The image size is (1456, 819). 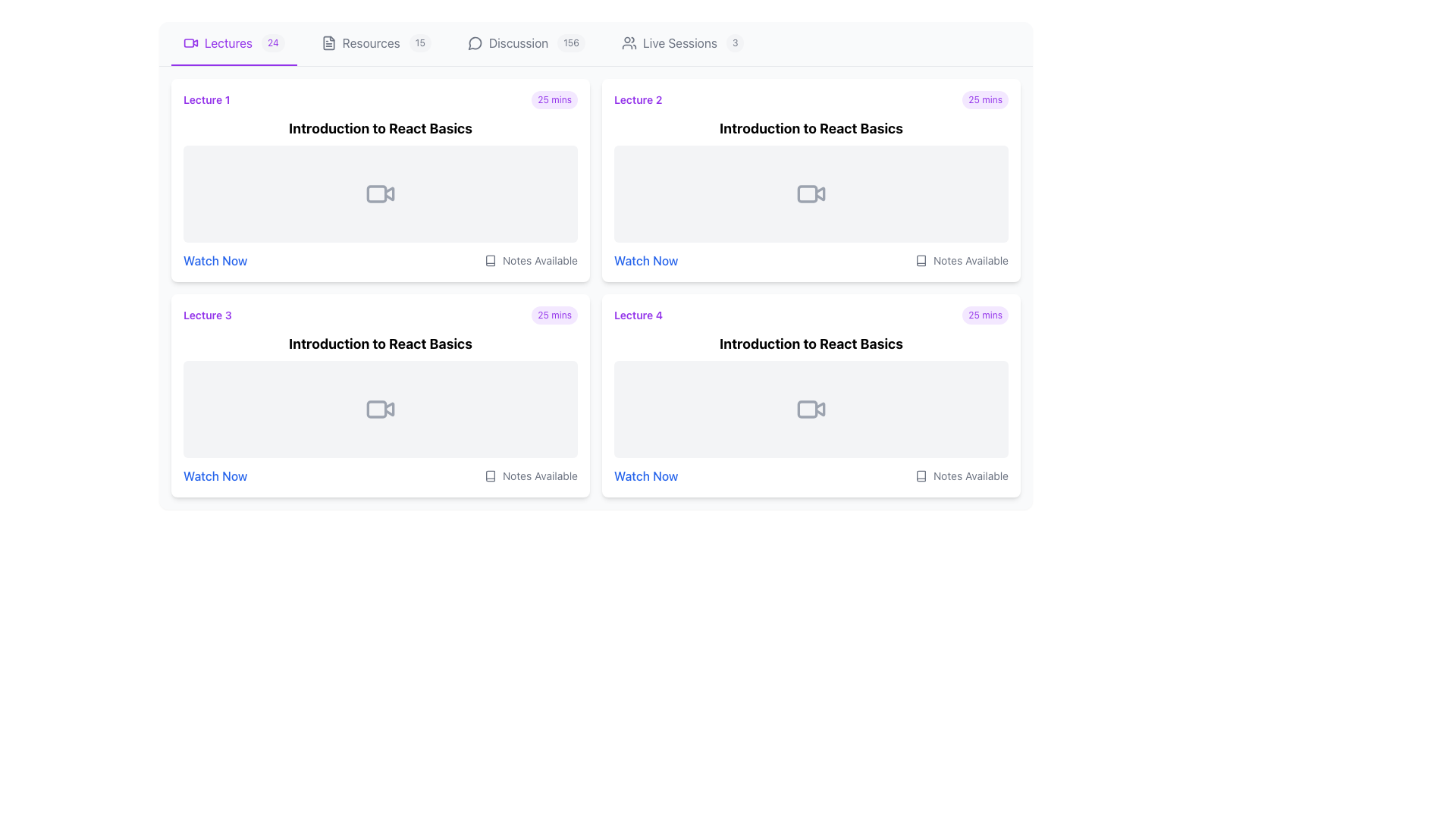 What do you see at coordinates (811, 344) in the screenshot?
I see `the static text element displaying 'Introduction to React Basics', which is located centrally under the lecture number and duration in the fourth lecture card` at bounding box center [811, 344].